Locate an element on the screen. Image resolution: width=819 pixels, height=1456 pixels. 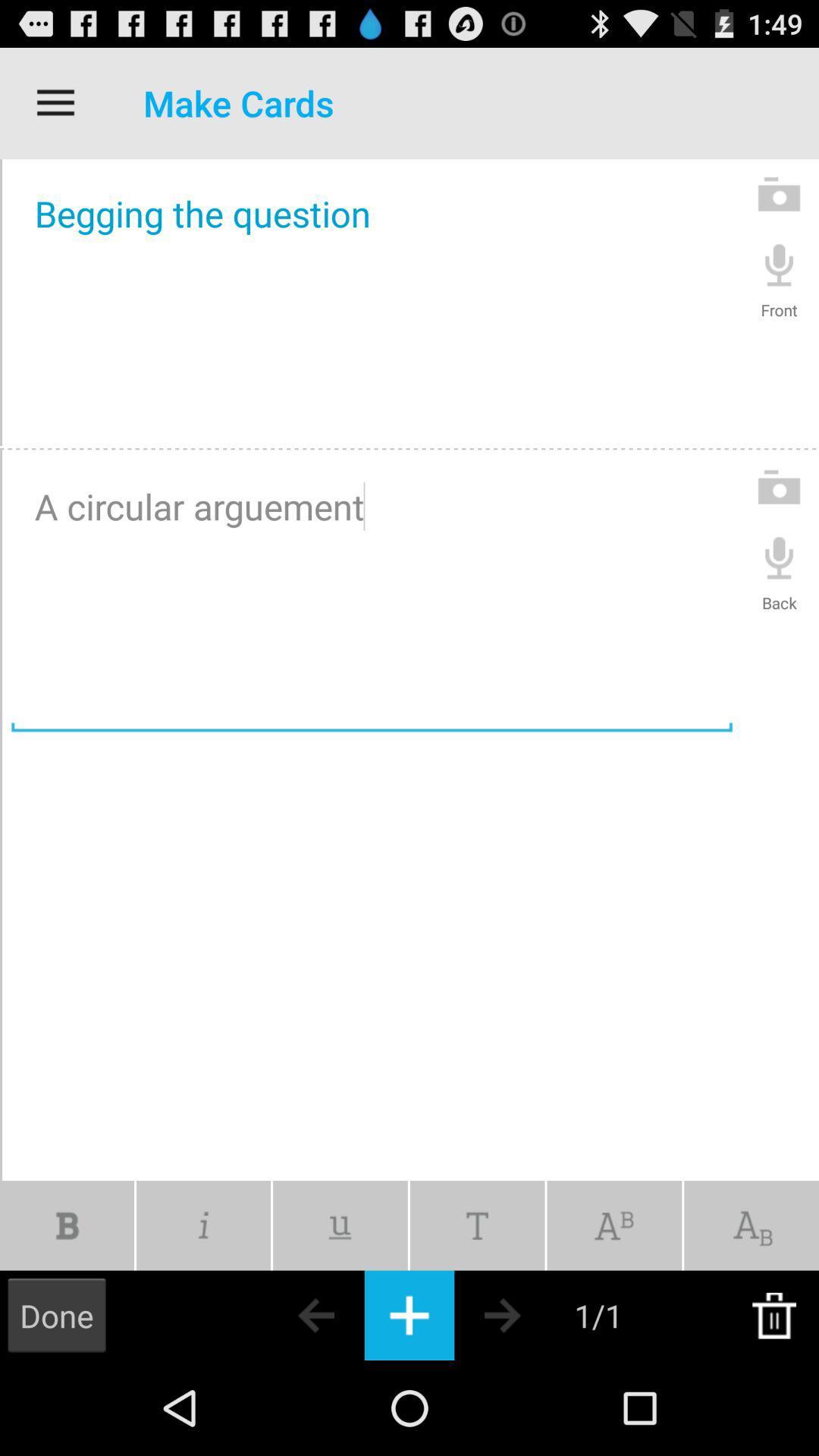
the camera icon to the right of a circular arguement is located at coordinates (779, 487).